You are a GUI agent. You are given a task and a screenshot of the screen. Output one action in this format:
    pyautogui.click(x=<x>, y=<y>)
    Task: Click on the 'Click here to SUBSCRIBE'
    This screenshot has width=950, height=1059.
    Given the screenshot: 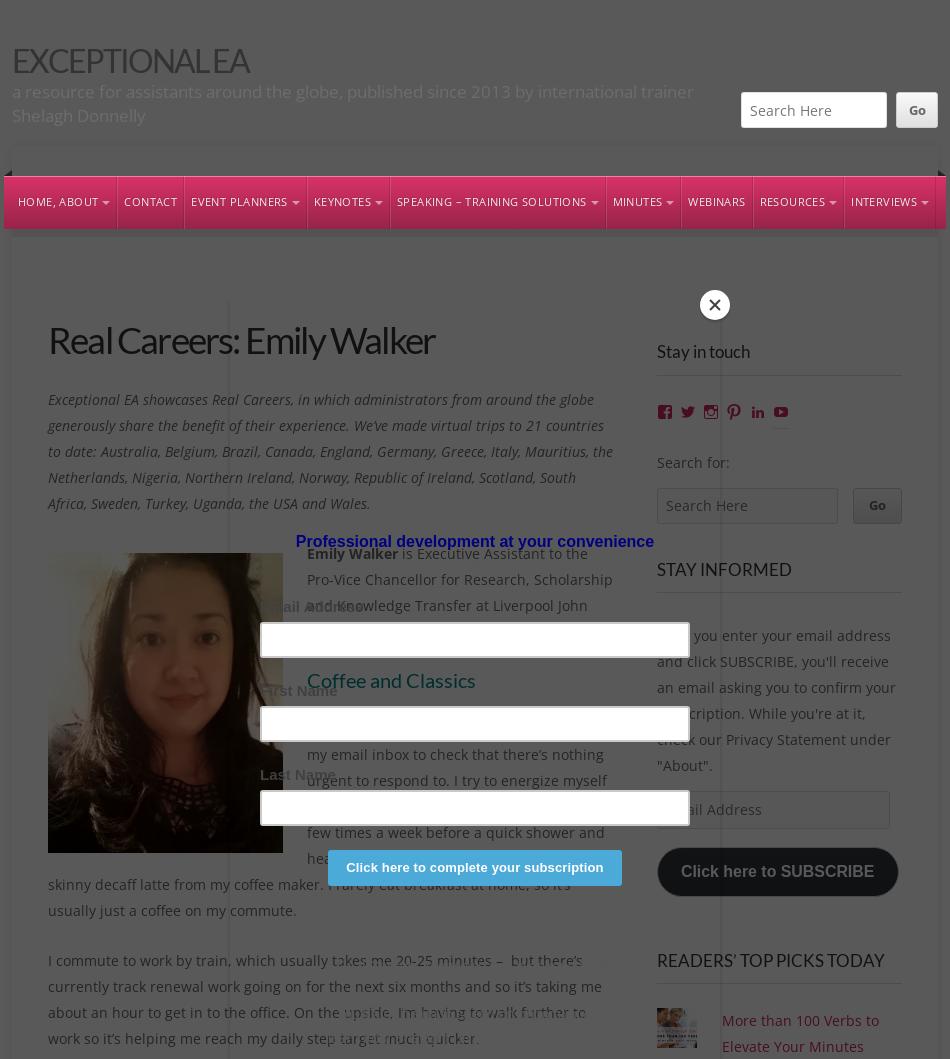 What is the action you would take?
    pyautogui.click(x=777, y=882)
    